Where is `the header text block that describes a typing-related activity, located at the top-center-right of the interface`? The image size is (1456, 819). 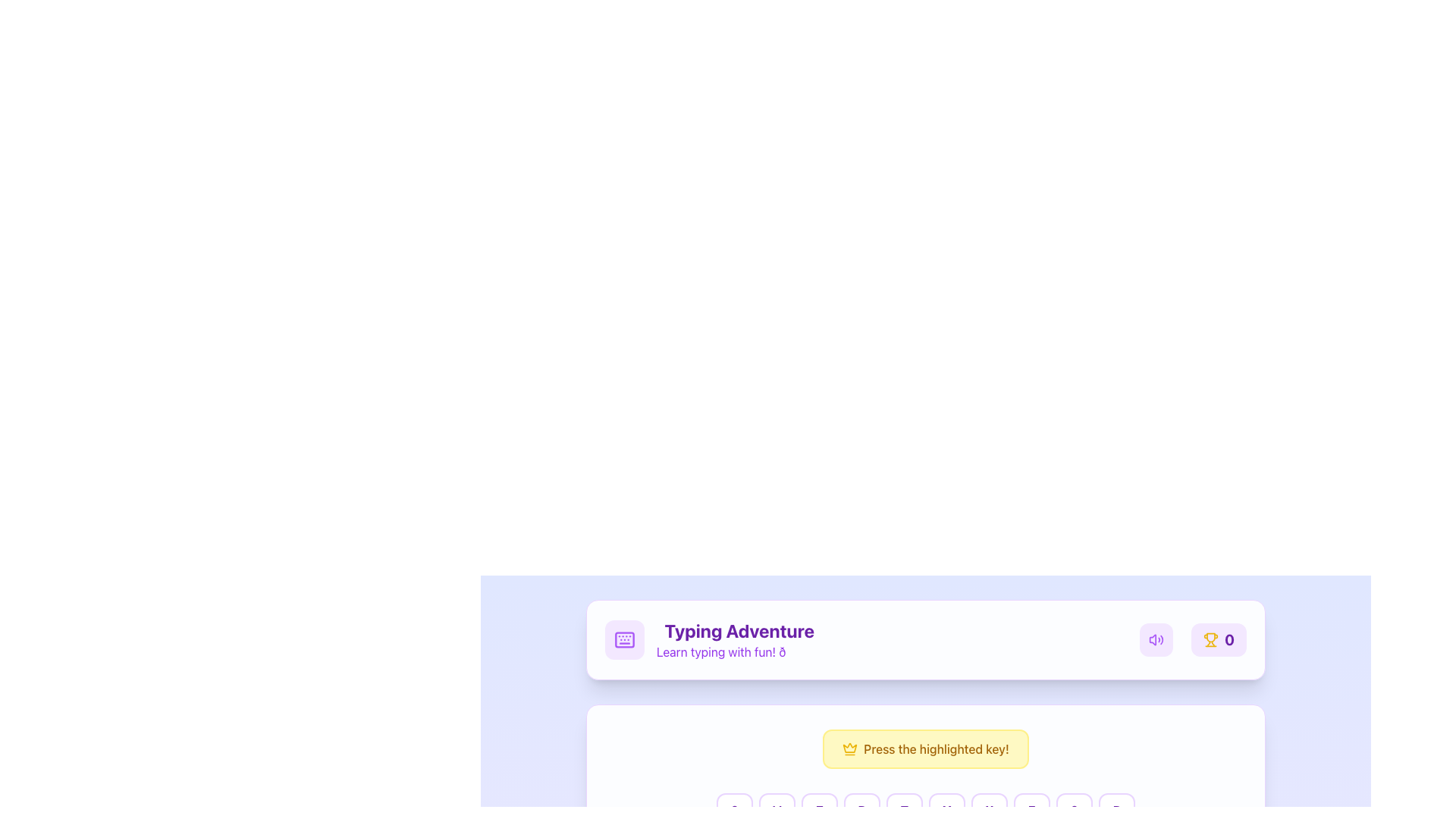
the header text block that describes a typing-related activity, located at the top-center-right of the interface is located at coordinates (739, 640).